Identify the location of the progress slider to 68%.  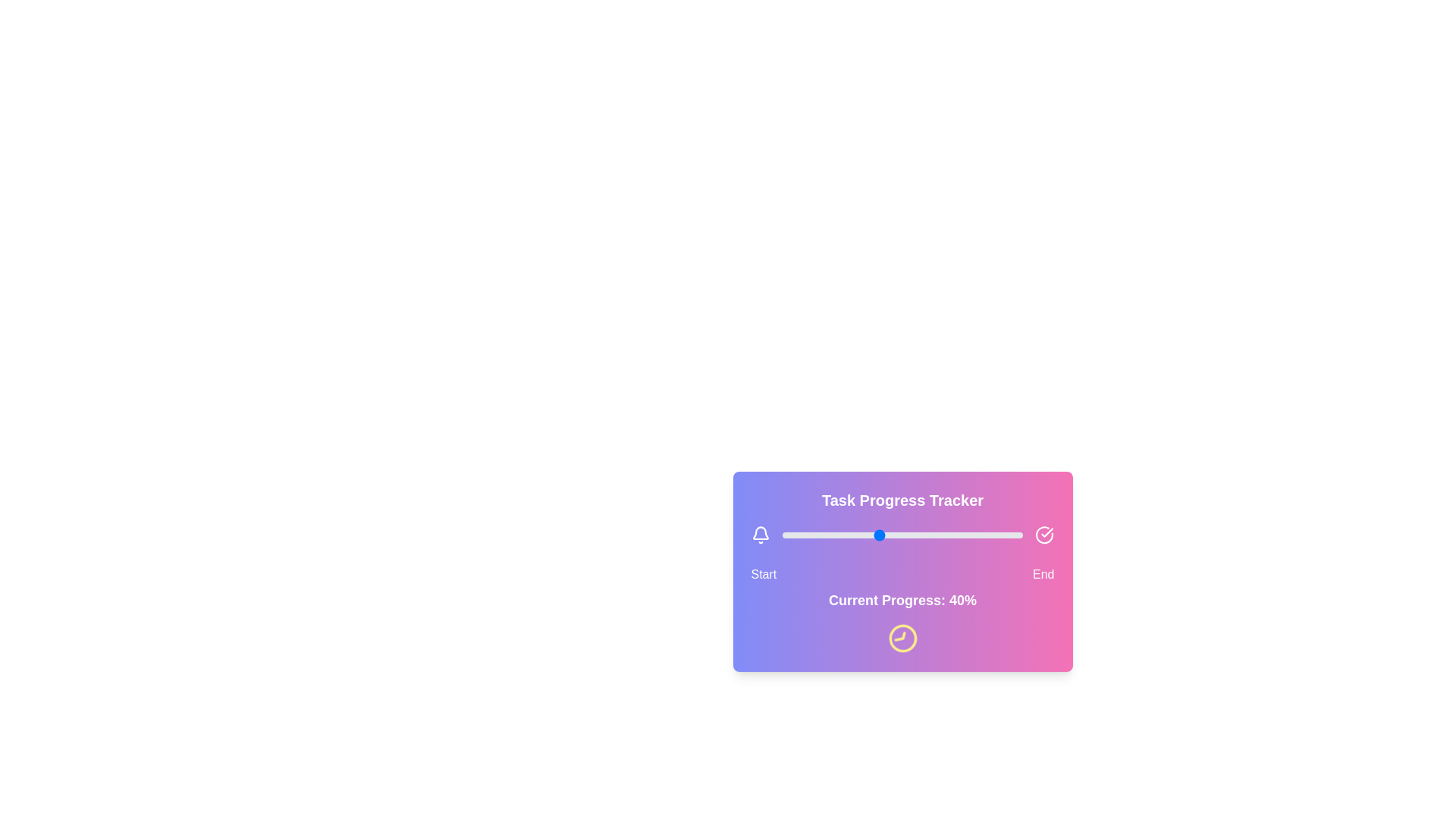
(945, 534).